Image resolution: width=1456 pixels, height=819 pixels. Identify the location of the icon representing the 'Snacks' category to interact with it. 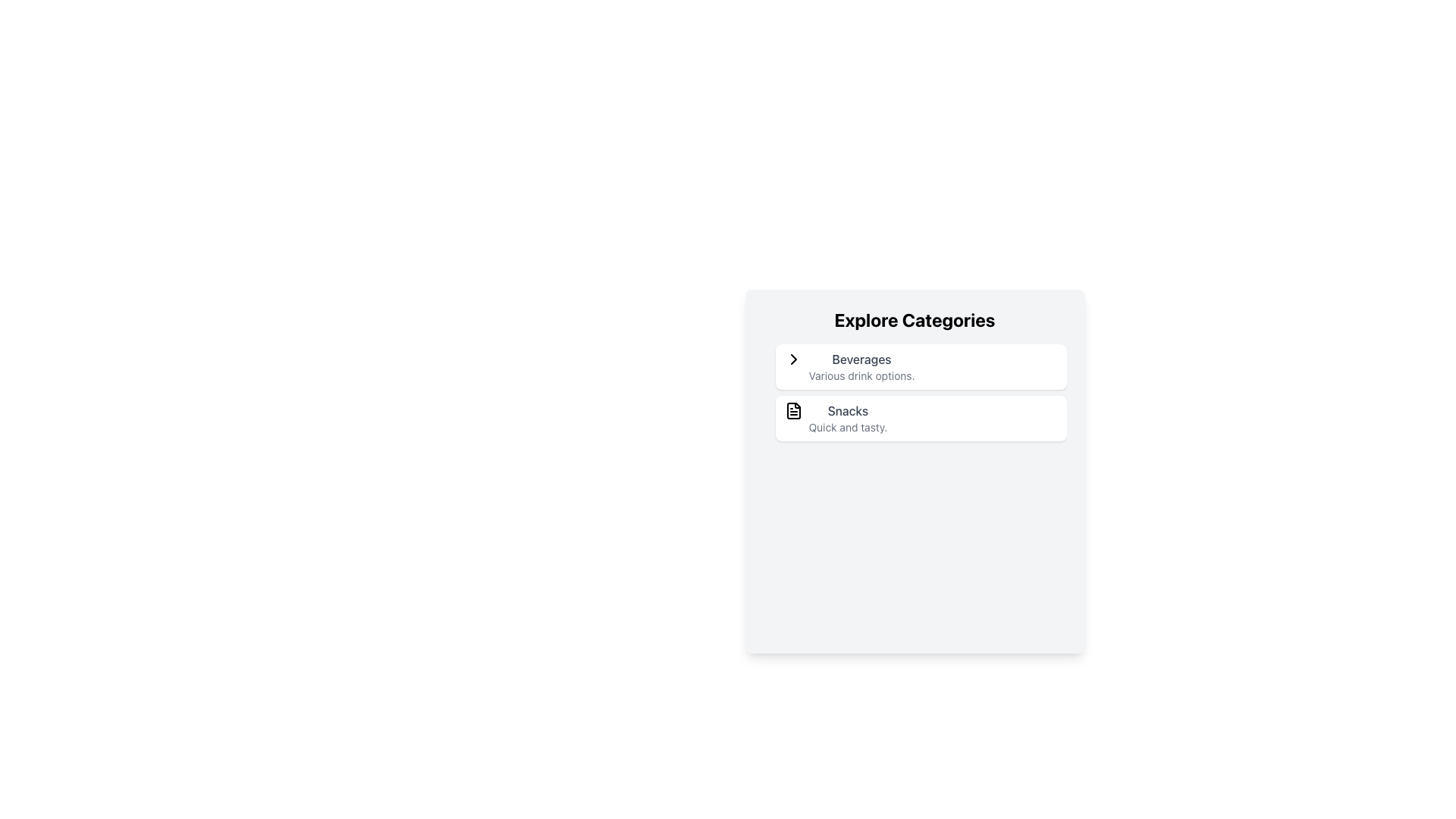
(792, 411).